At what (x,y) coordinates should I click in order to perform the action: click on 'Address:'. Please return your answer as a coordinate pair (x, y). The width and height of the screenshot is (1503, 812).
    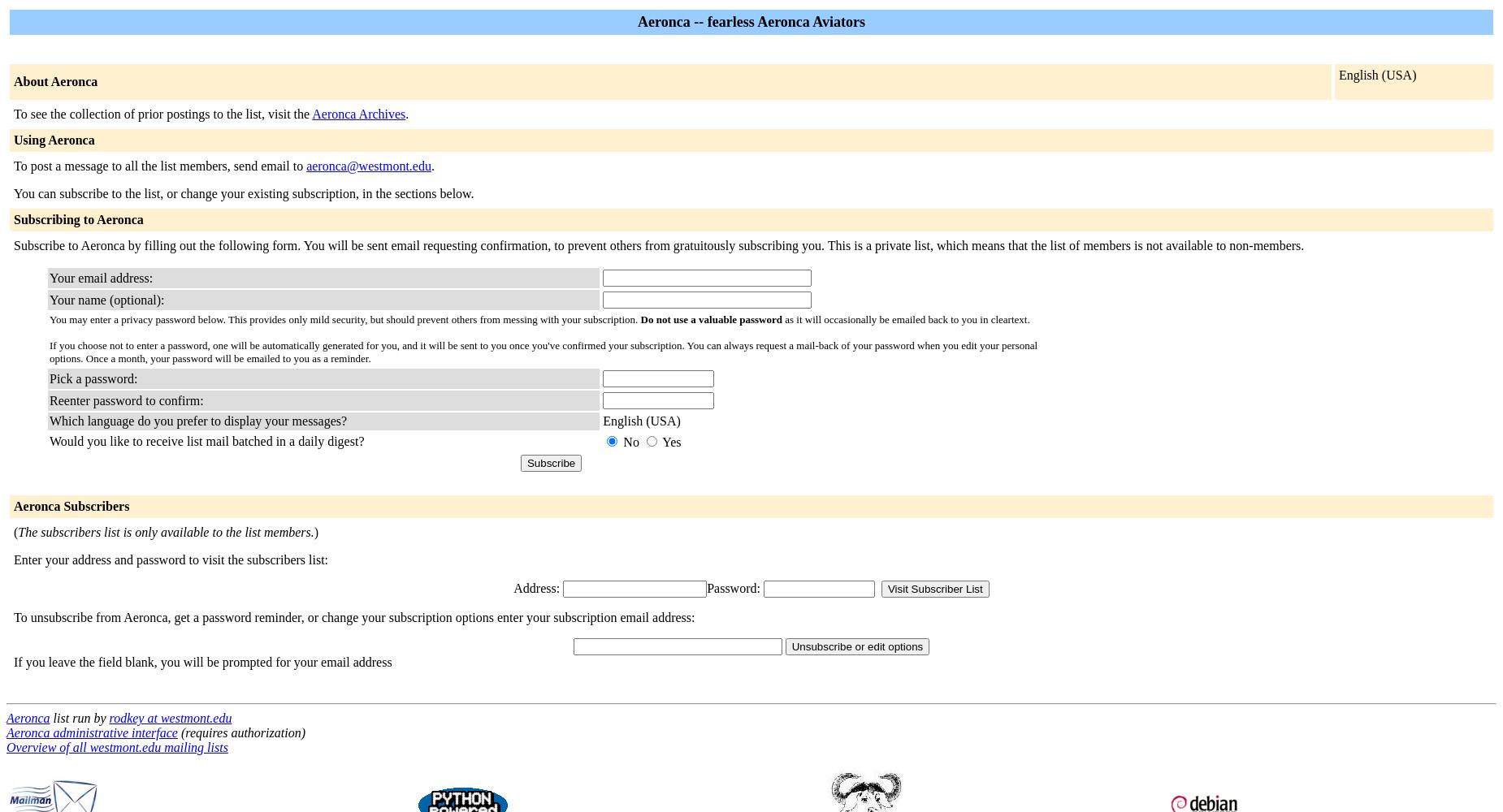
    Looking at the image, I should click on (538, 587).